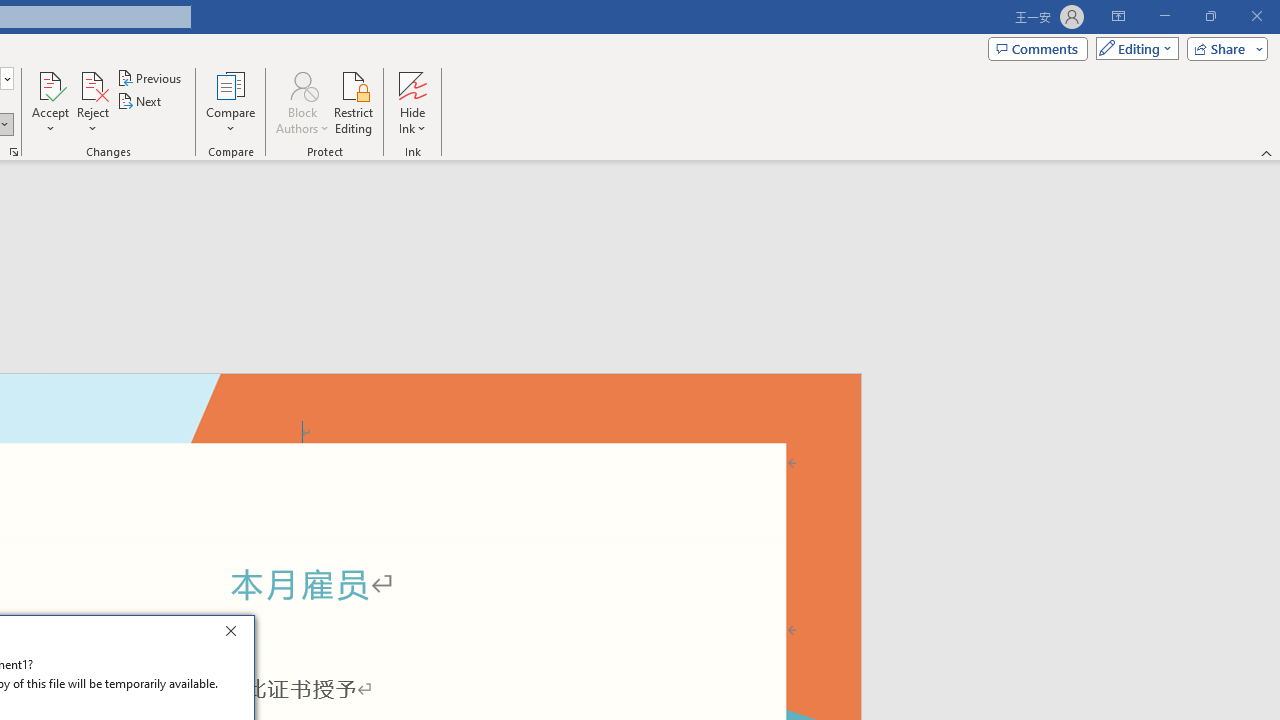  What do you see at coordinates (353, 103) in the screenshot?
I see `'Restrict Editing'` at bounding box center [353, 103].